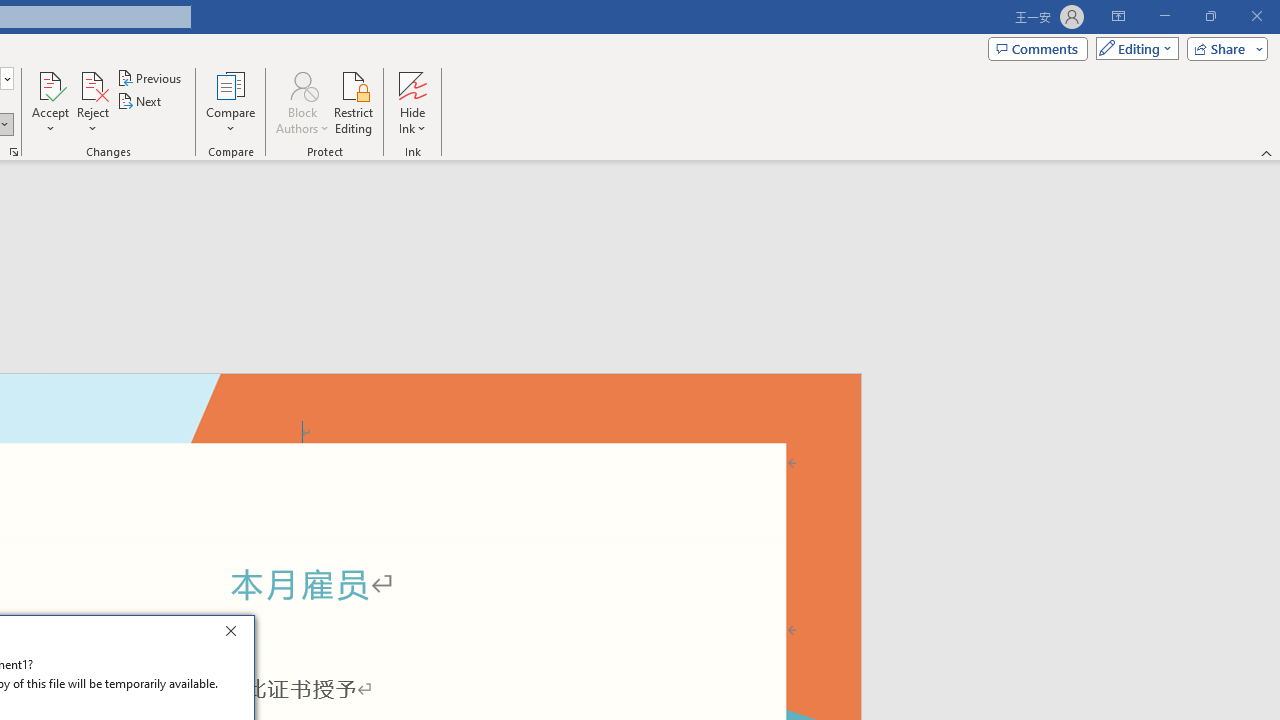  What do you see at coordinates (353, 103) in the screenshot?
I see `'Restrict Editing'` at bounding box center [353, 103].